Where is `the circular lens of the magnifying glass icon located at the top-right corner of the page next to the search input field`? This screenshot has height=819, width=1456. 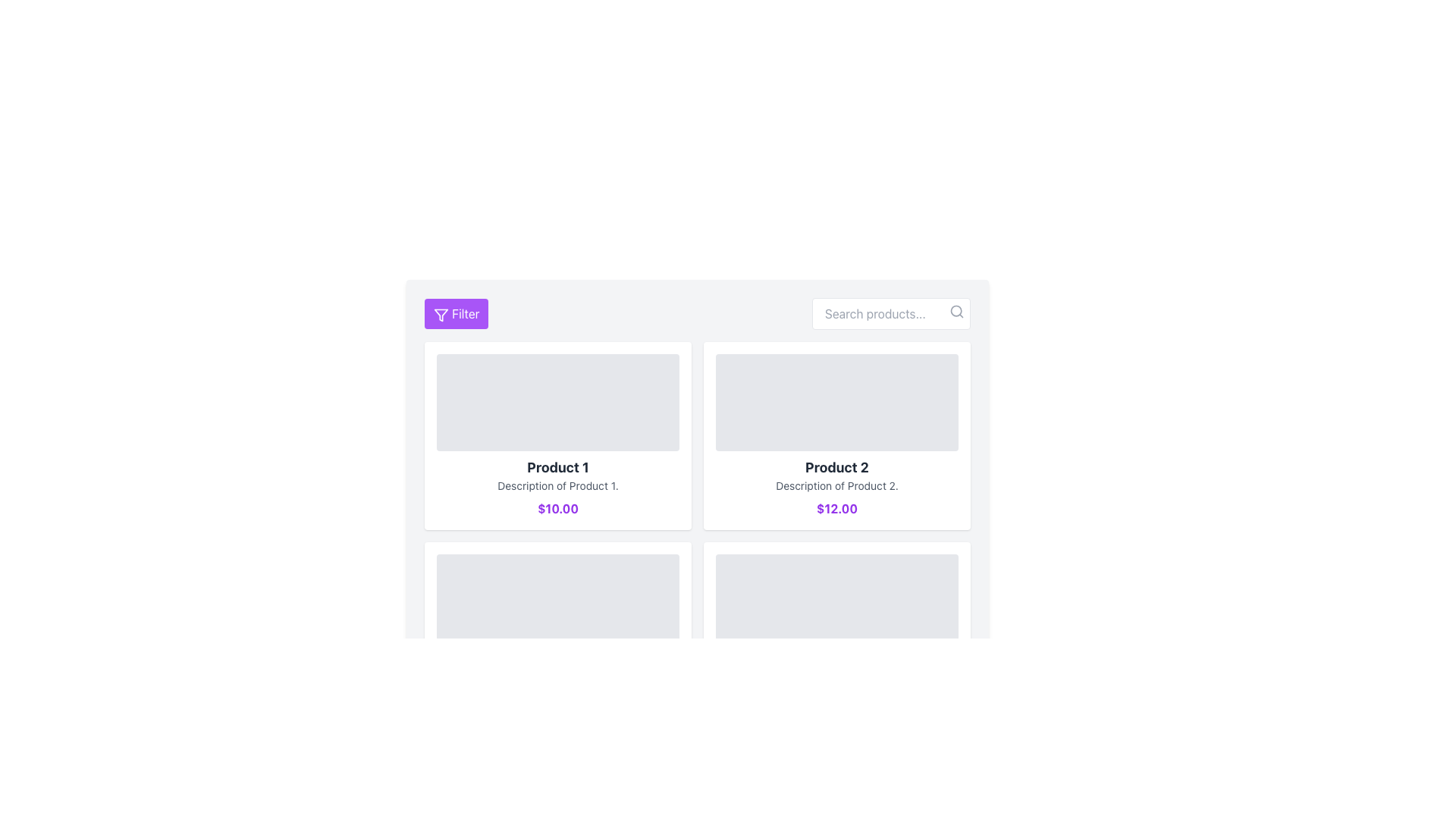
the circular lens of the magnifying glass icon located at the top-right corner of the page next to the search input field is located at coordinates (955, 310).